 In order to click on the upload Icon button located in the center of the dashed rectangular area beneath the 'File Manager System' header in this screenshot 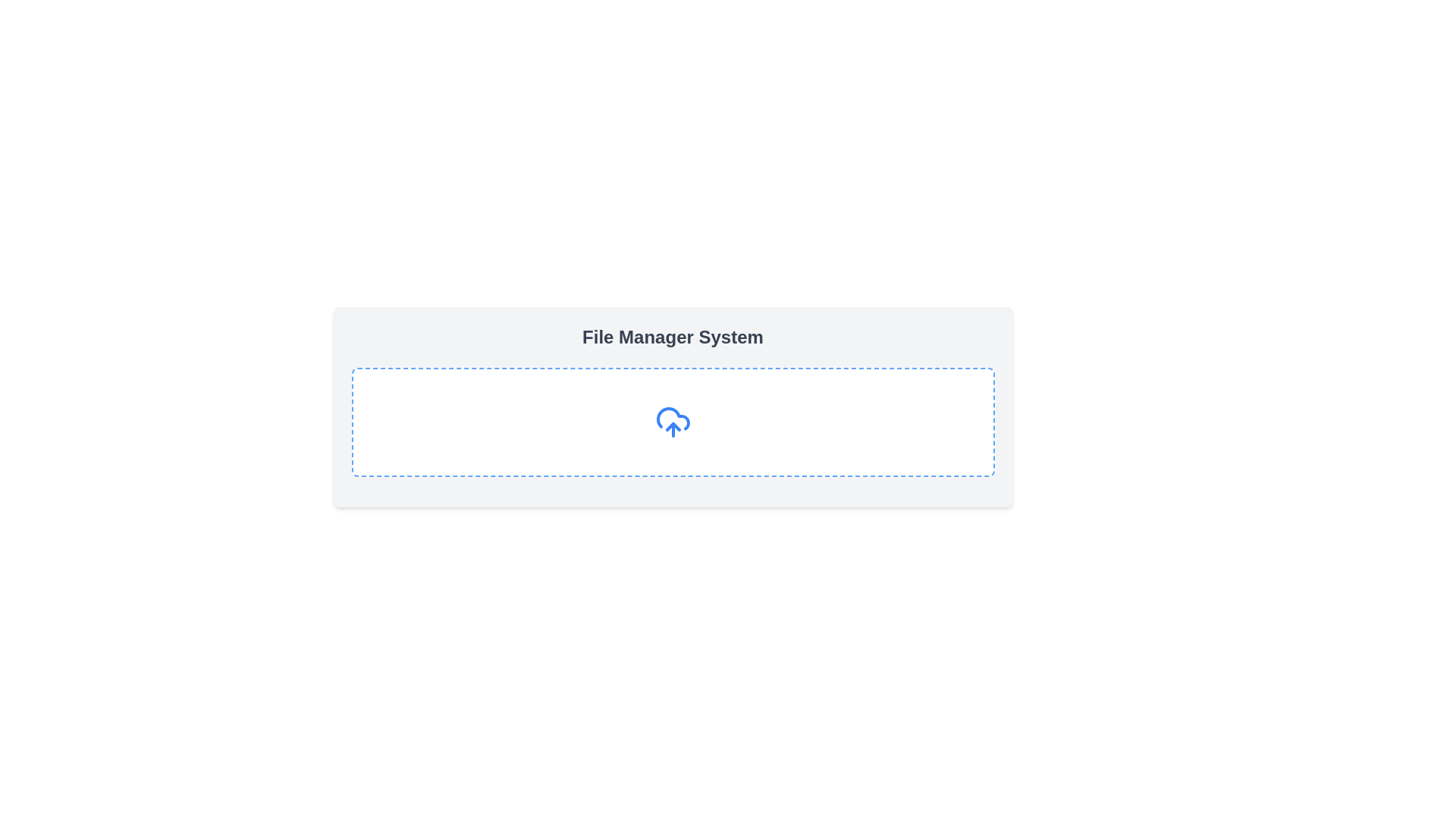, I will do `click(672, 422)`.